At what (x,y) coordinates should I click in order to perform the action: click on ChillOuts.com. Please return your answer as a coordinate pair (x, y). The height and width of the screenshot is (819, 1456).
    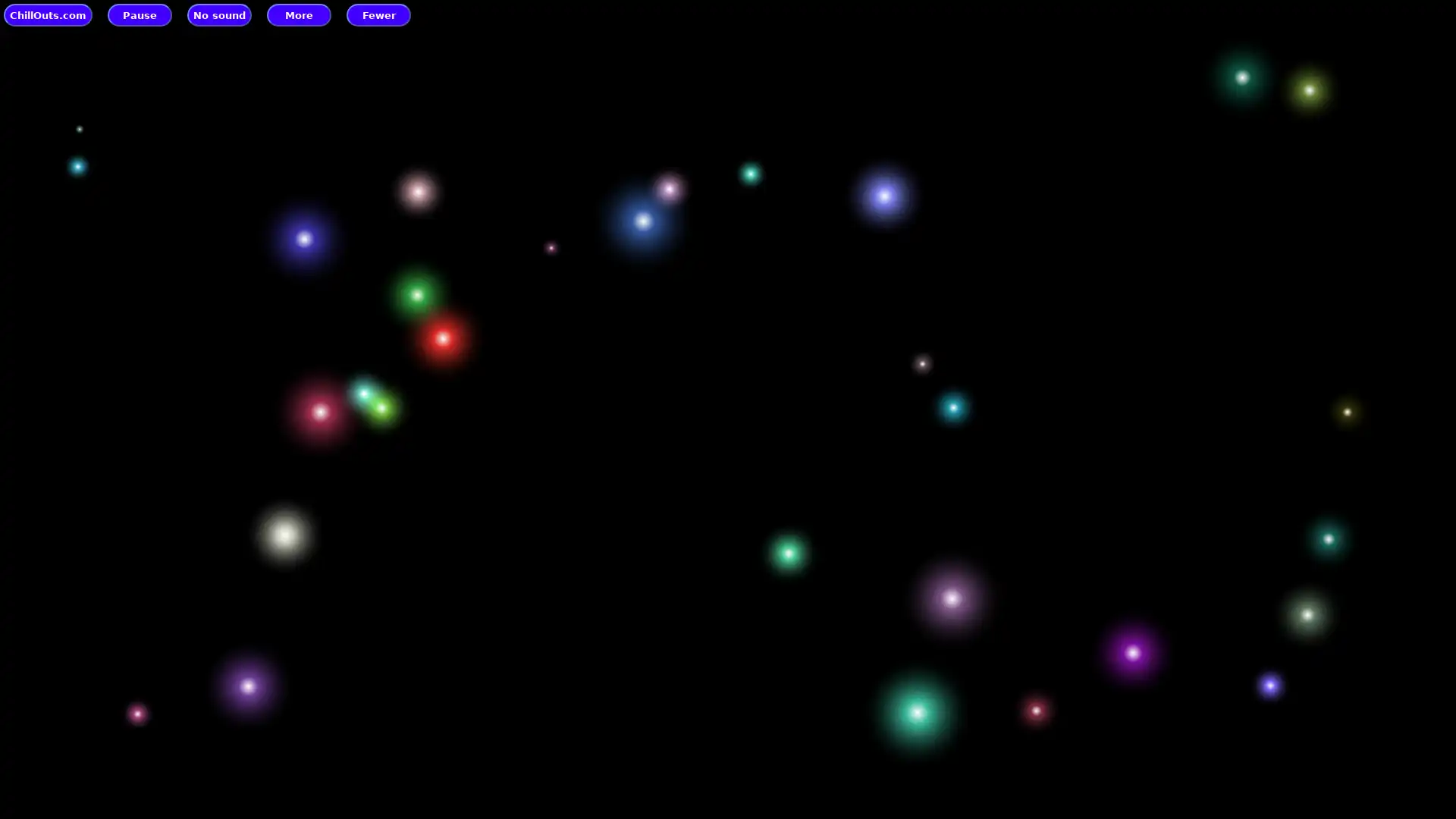
    Looking at the image, I should click on (48, 14).